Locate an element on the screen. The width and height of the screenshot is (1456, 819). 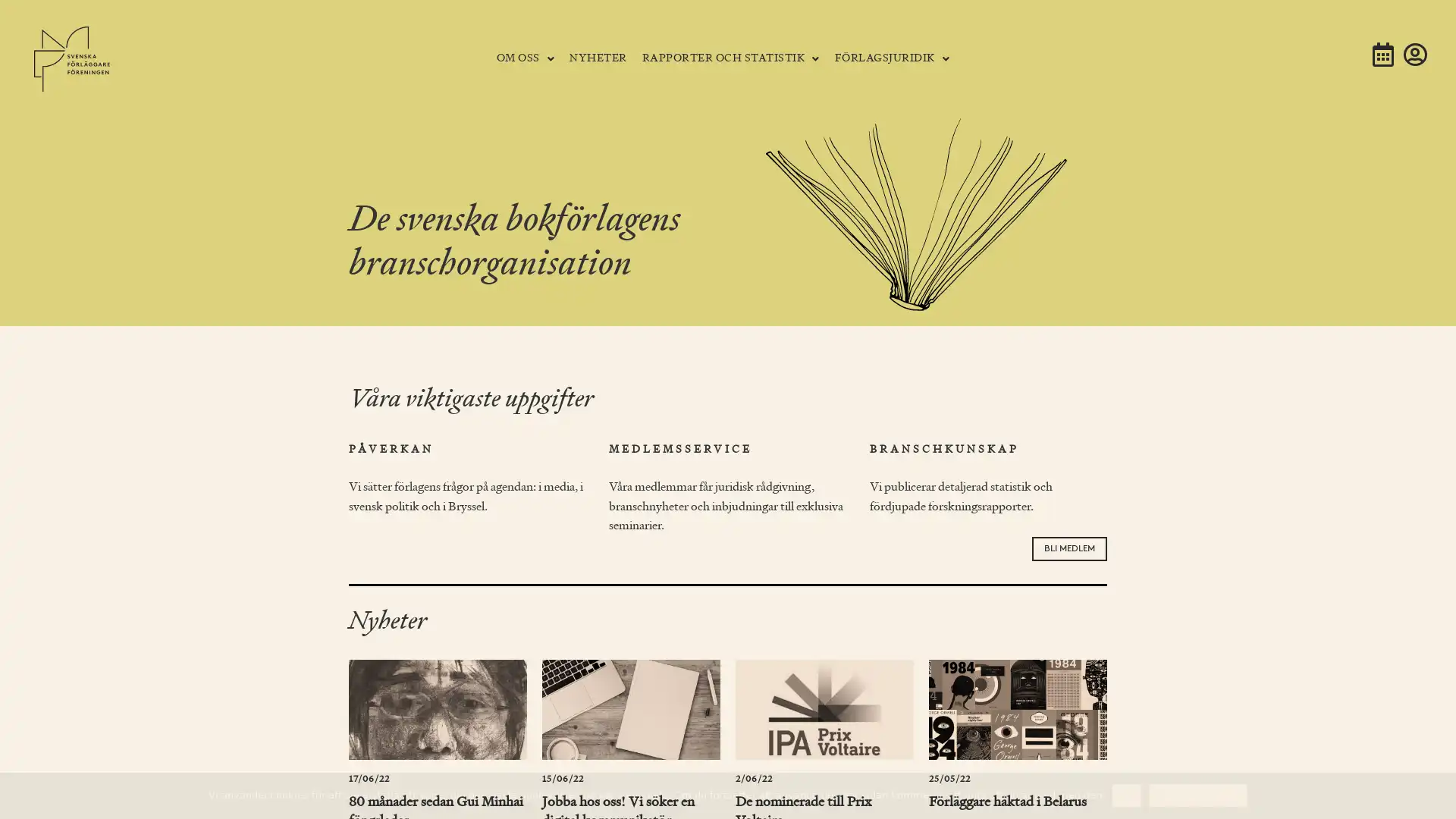
BLI MEDLEM is located at coordinates (1068, 548).